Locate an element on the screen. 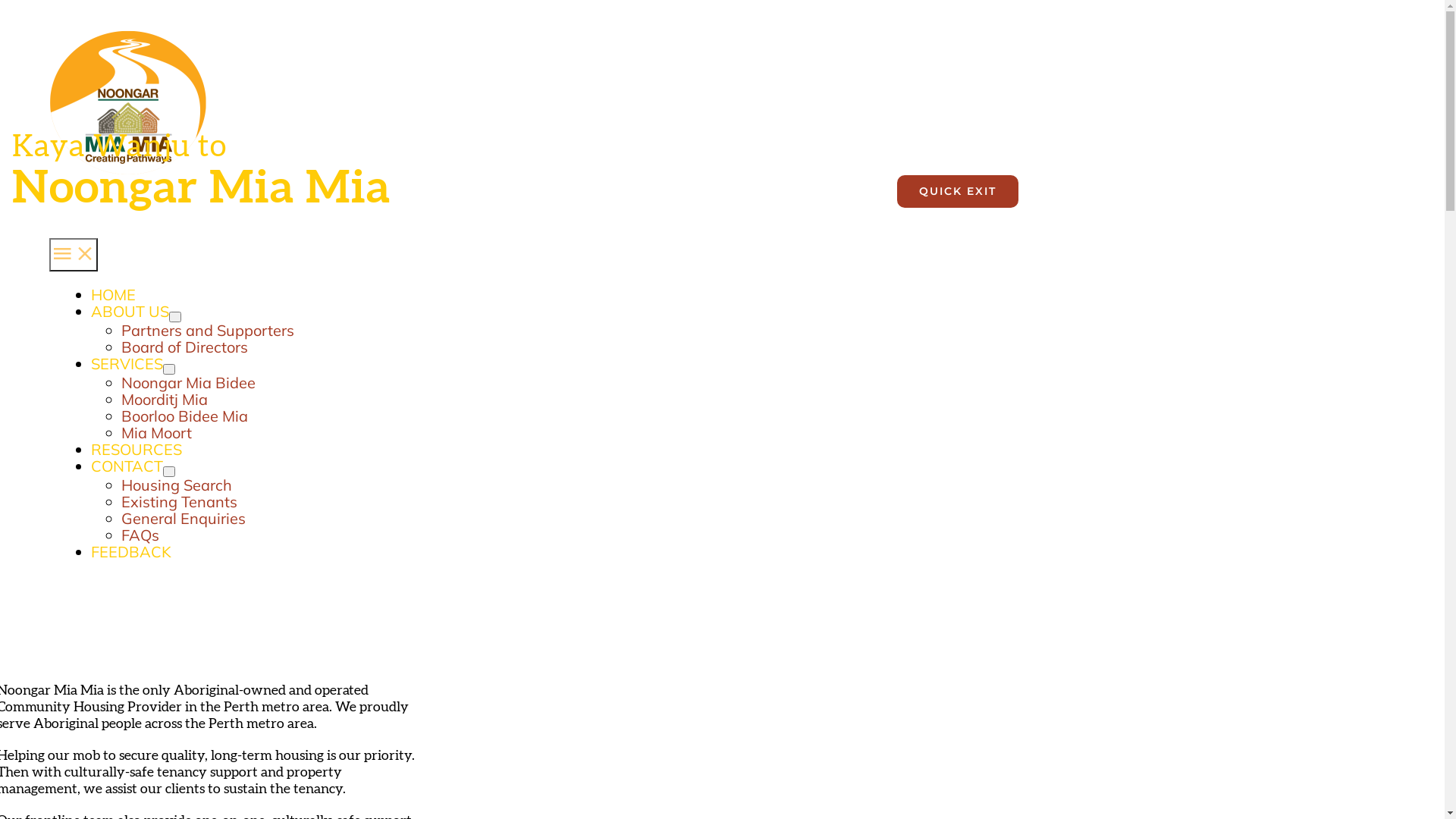 The width and height of the screenshot is (1456, 819). 'Housing Search' is located at coordinates (177, 485).